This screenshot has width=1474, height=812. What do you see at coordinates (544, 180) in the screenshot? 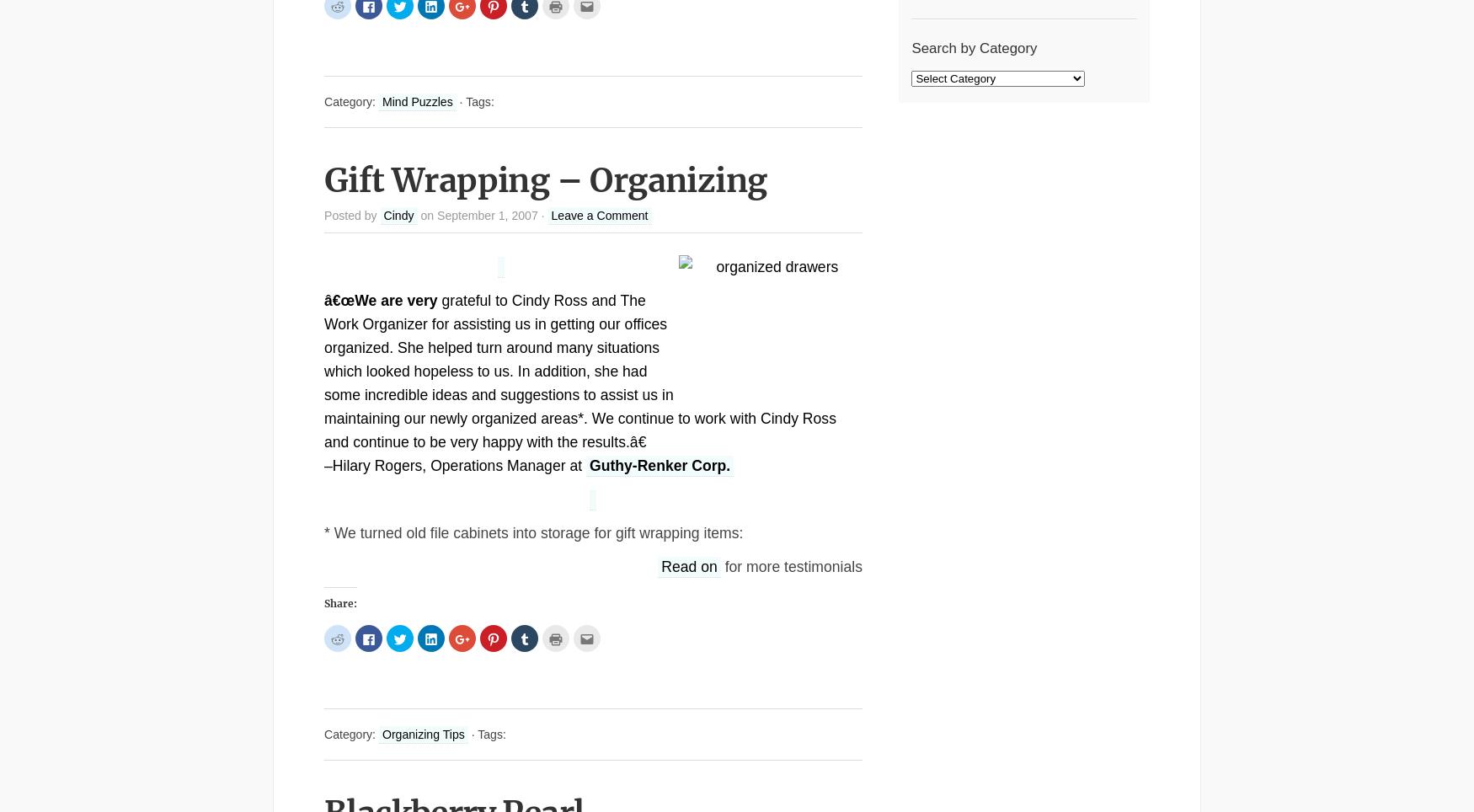
I see `'Gift Wrapping – Organizing'` at bounding box center [544, 180].